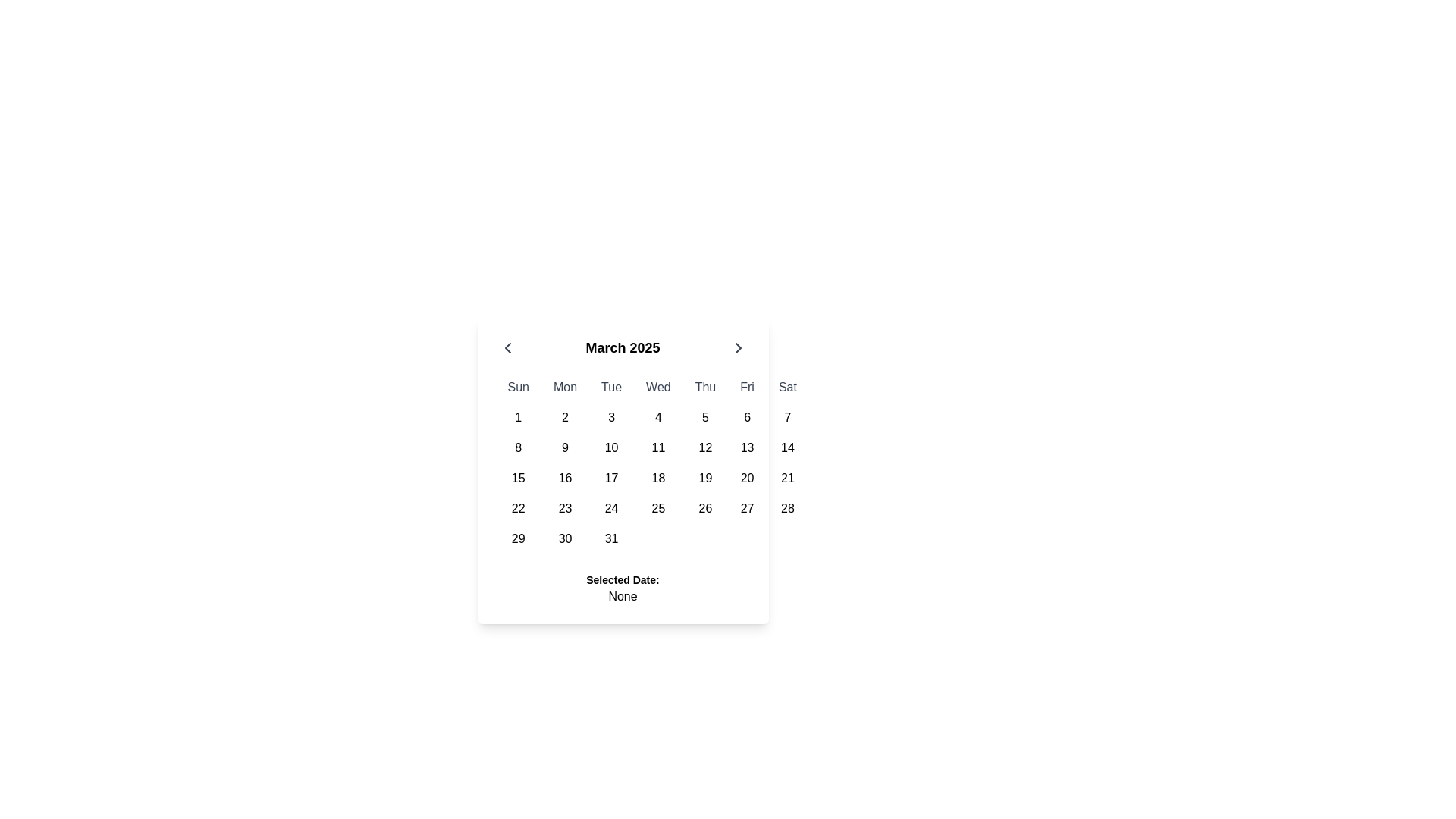  What do you see at coordinates (518, 447) in the screenshot?
I see `the button-like element displaying the number '8' in a calendar` at bounding box center [518, 447].